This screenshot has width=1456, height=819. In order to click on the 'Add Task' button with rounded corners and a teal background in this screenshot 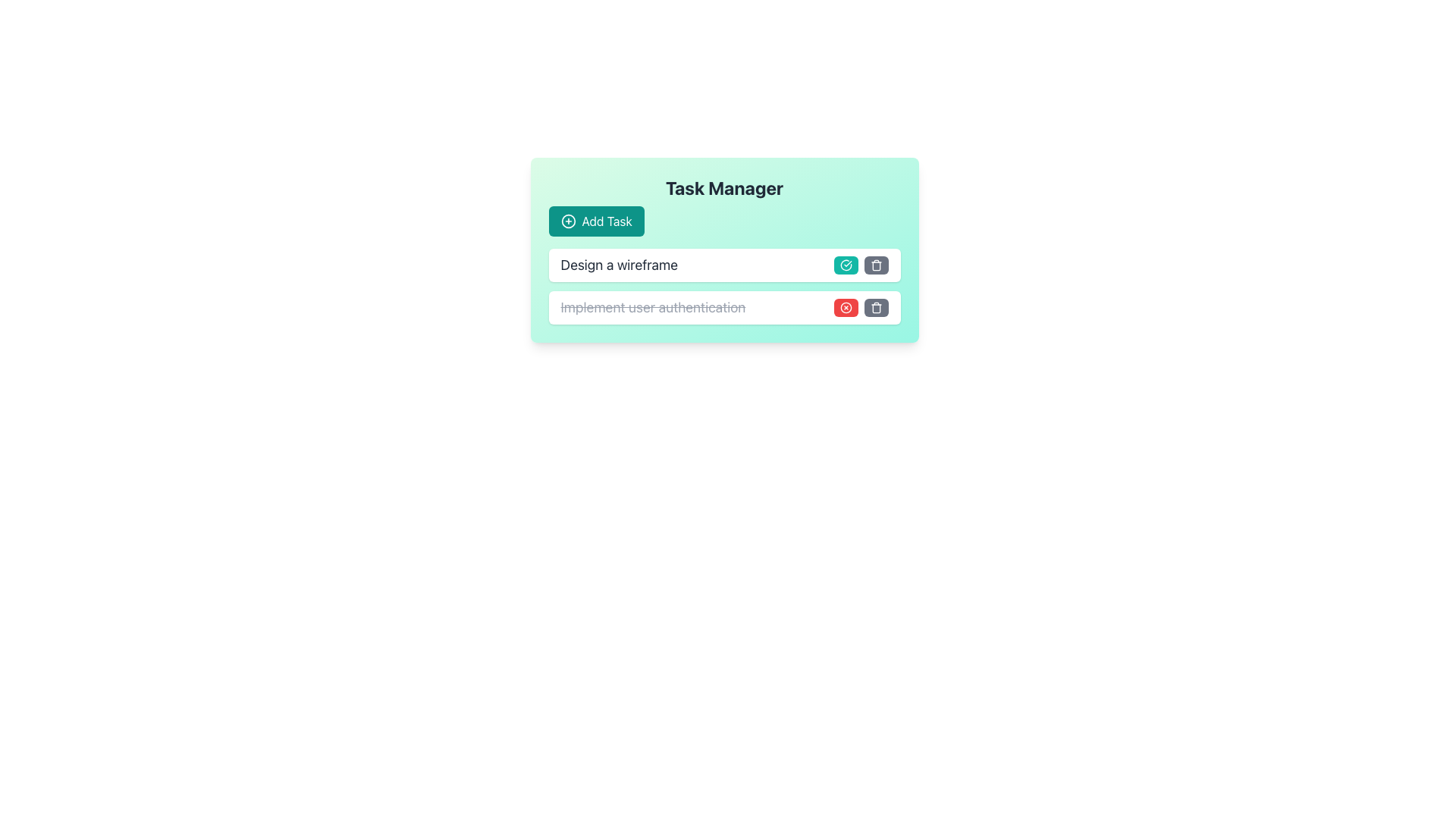, I will do `click(595, 221)`.